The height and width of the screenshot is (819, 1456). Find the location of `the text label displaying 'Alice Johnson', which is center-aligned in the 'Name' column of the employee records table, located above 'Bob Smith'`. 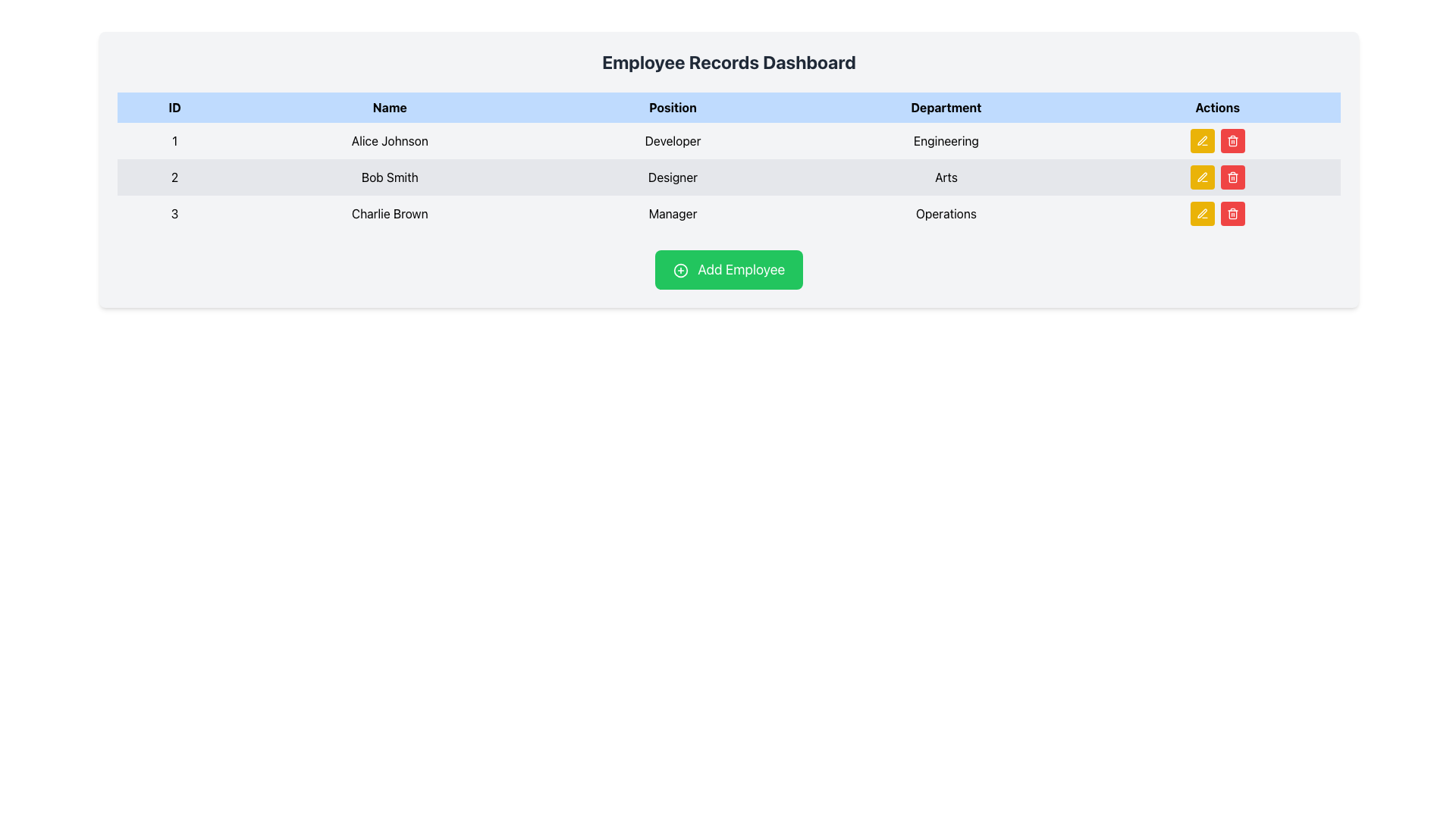

the text label displaying 'Alice Johnson', which is center-aligned in the 'Name' column of the employee records table, located above 'Bob Smith' is located at coordinates (390, 140).